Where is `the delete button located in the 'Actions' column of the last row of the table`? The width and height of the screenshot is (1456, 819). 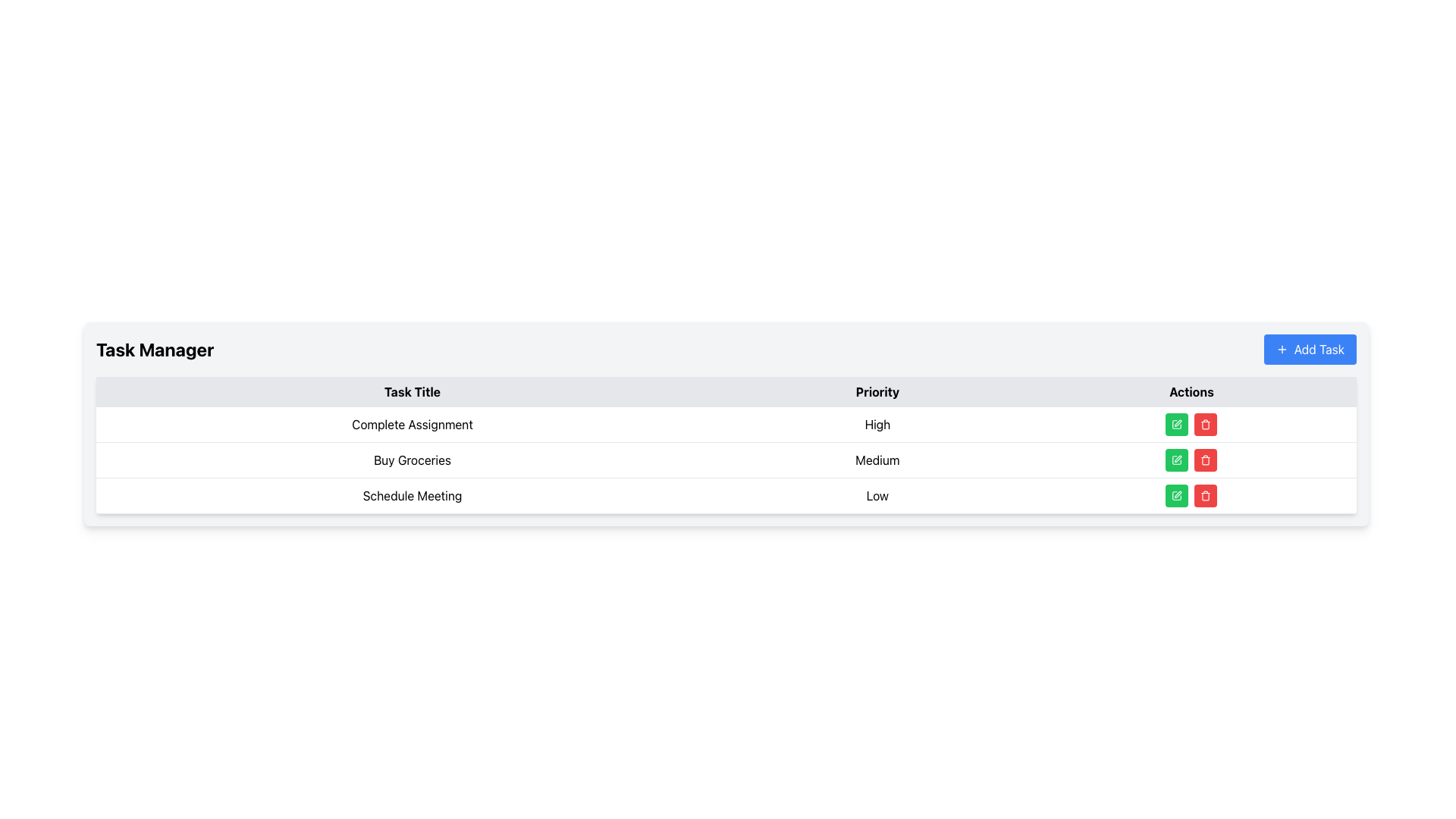
the delete button located in the 'Actions' column of the last row of the table is located at coordinates (1204, 496).